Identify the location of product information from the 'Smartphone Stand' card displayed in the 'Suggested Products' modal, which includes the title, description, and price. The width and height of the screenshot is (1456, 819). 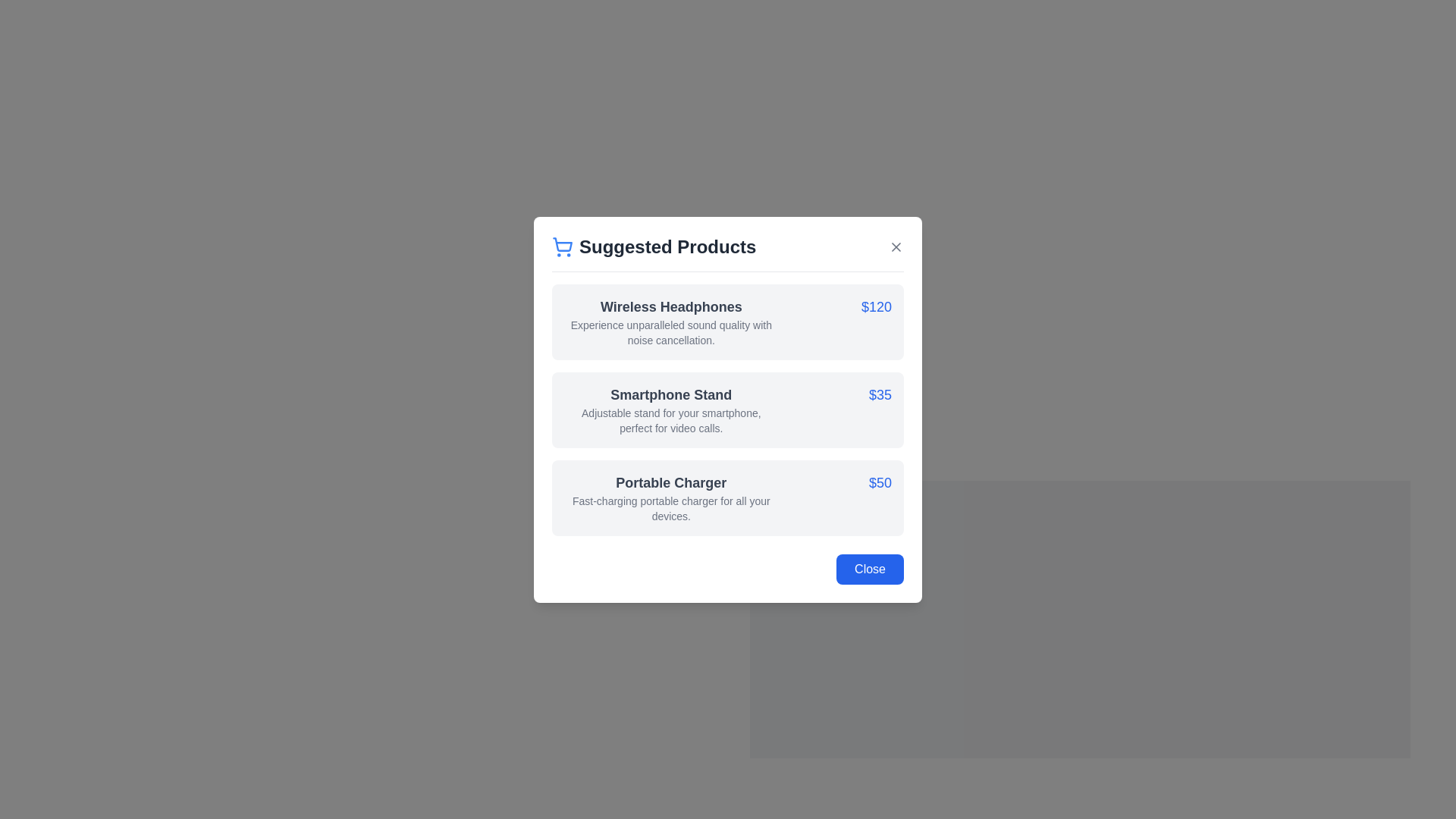
(728, 409).